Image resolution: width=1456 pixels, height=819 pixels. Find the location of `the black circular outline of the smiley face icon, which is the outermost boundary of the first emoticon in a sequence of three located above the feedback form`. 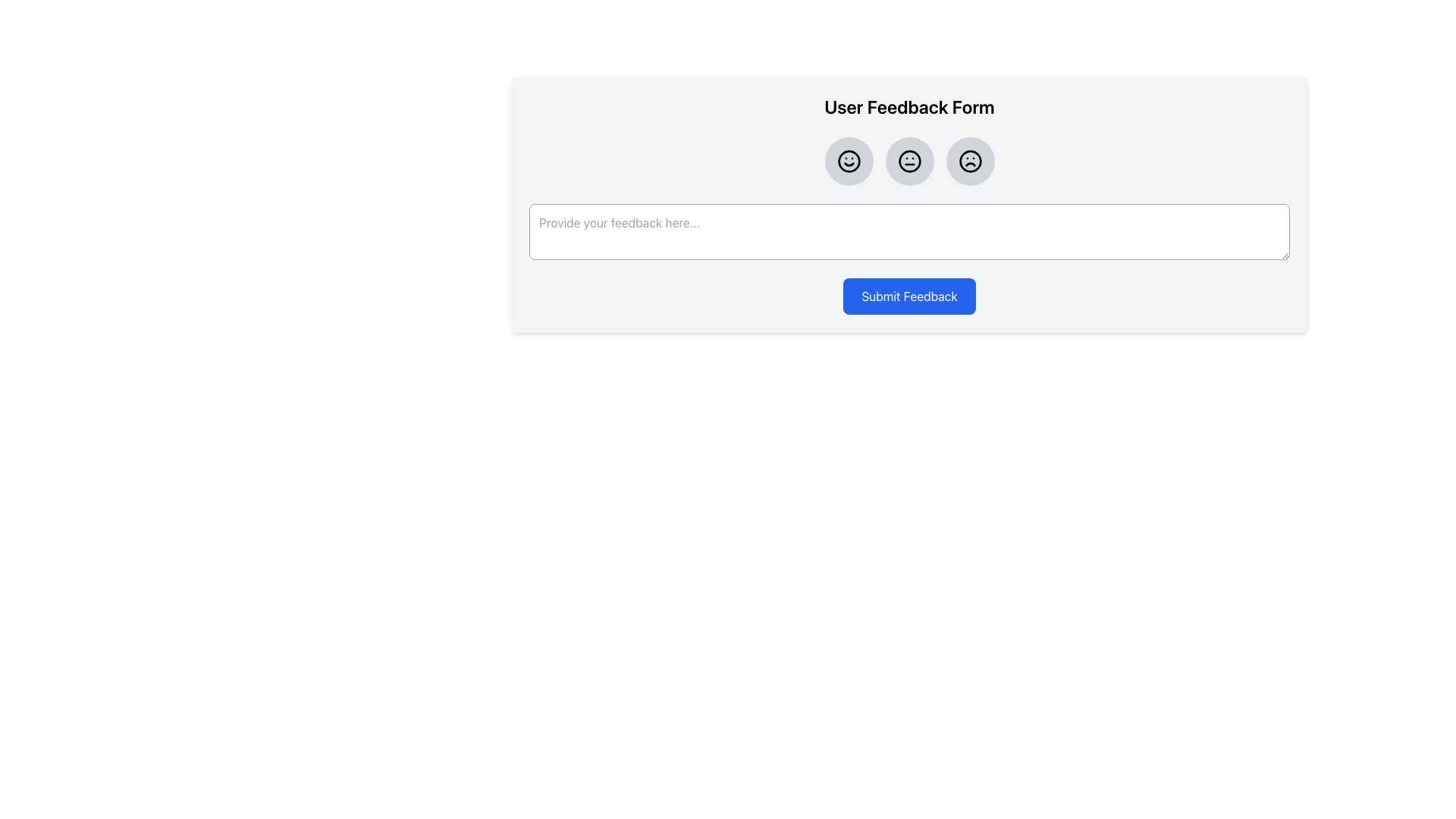

the black circular outline of the smiley face icon, which is the outermost boundary of the first emoticon in a sequence of three located above the feedback form is located at coordinates (848, 161).